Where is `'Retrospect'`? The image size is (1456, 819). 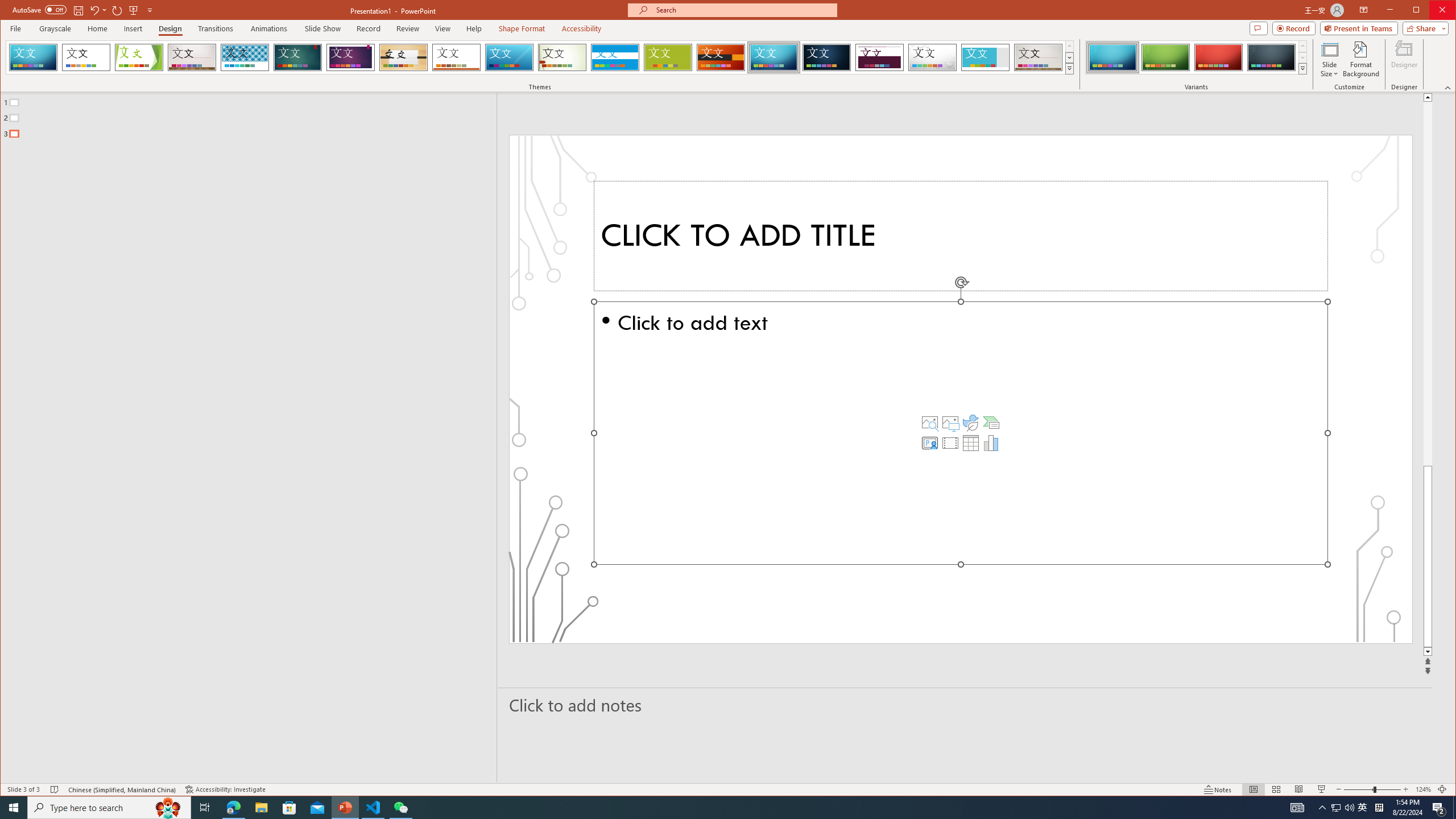
'Retrospect' is located at coordinates (456, 57).